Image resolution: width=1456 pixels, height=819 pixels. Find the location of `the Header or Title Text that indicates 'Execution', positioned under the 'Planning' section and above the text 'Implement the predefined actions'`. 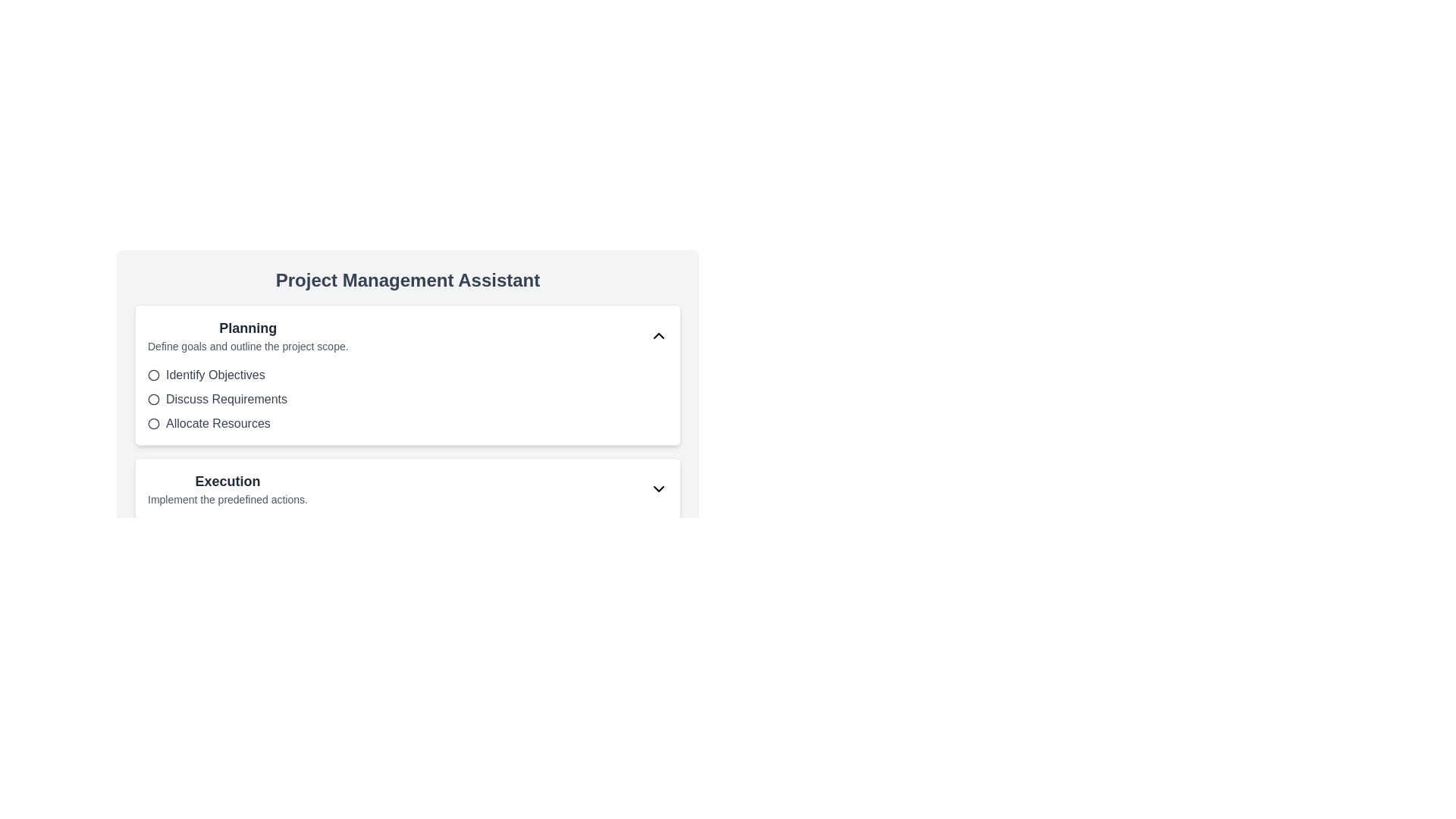

the Header or Title Text that indicates 'Execution', positioned under the 'Planning' section and above the text 'Implement the predefined actions' is located at coordinates (227, 482).